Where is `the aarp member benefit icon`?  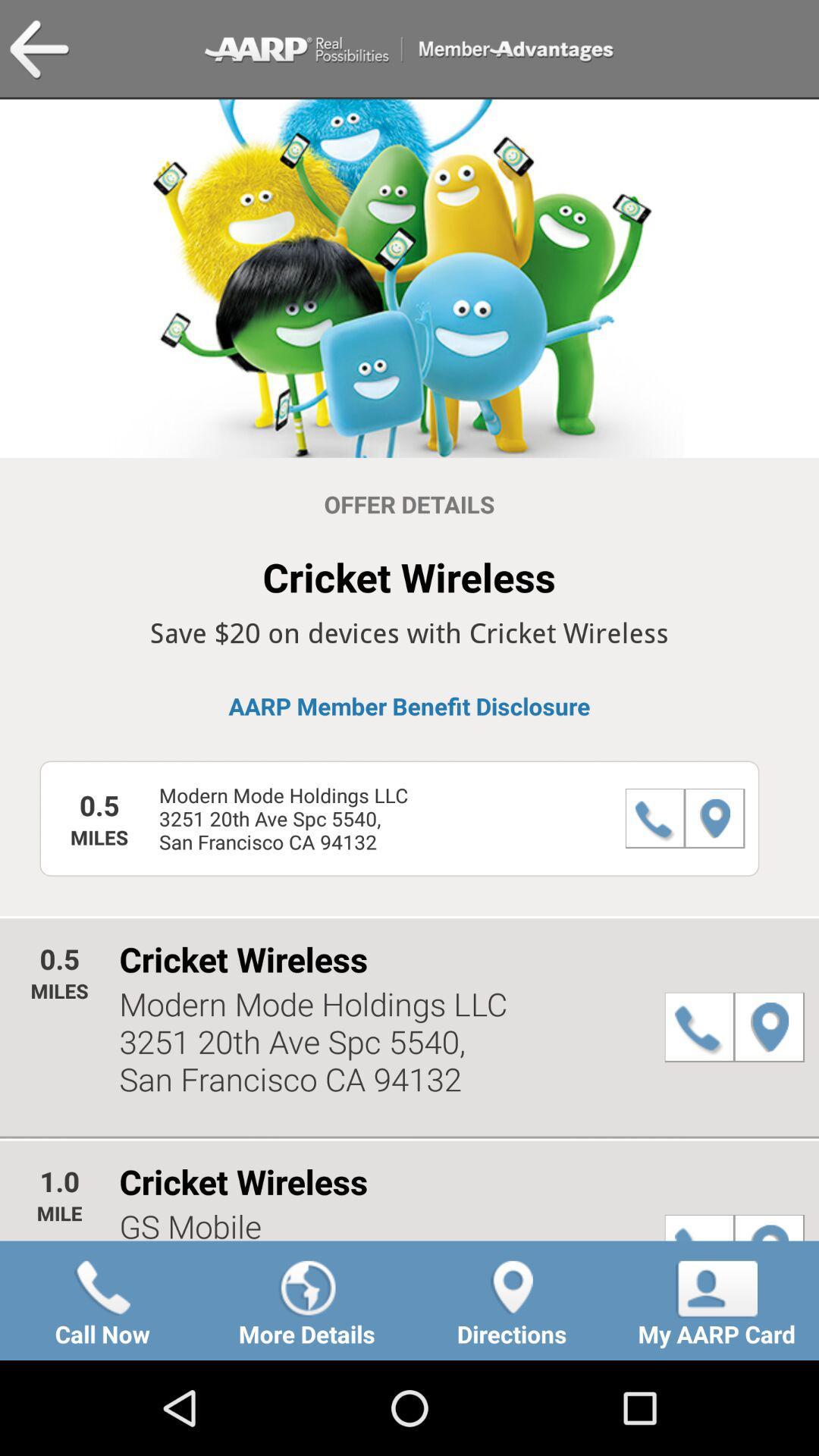 the aarp member benefit icon is located at coordinates (409, 705).